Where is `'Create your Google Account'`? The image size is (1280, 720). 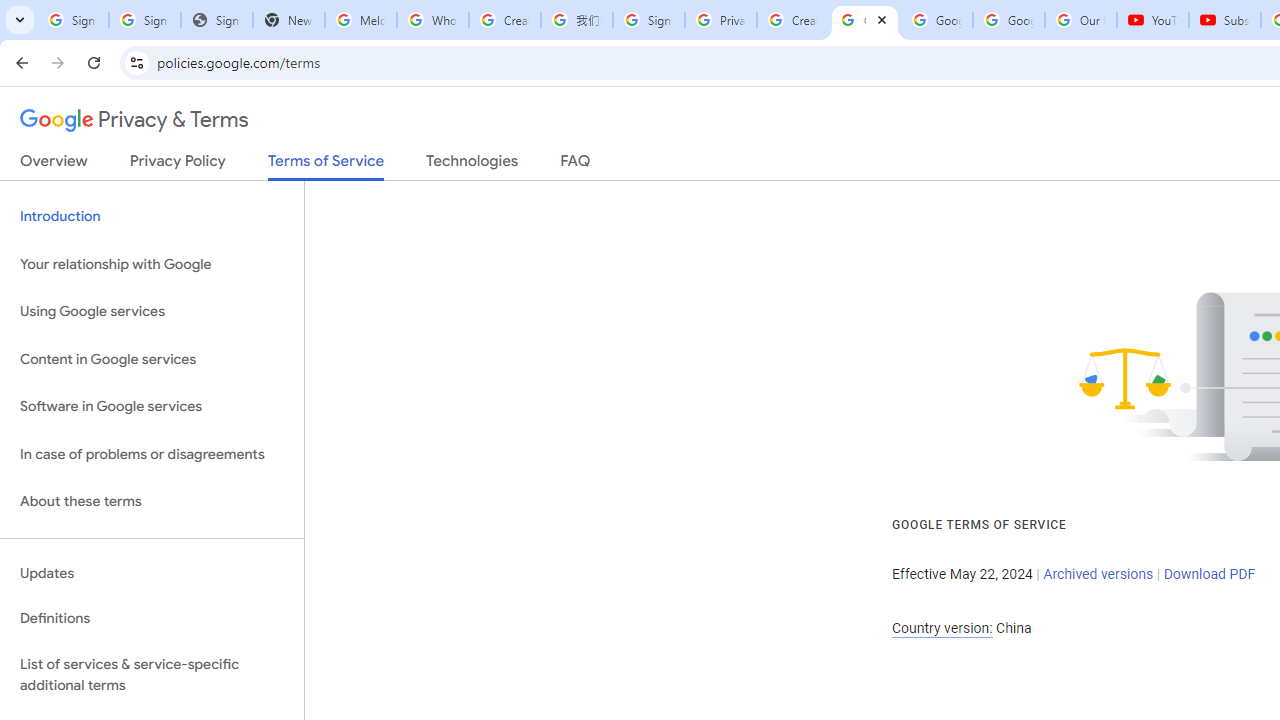 'Create your Google Account' is located at coordinates (791, 20).